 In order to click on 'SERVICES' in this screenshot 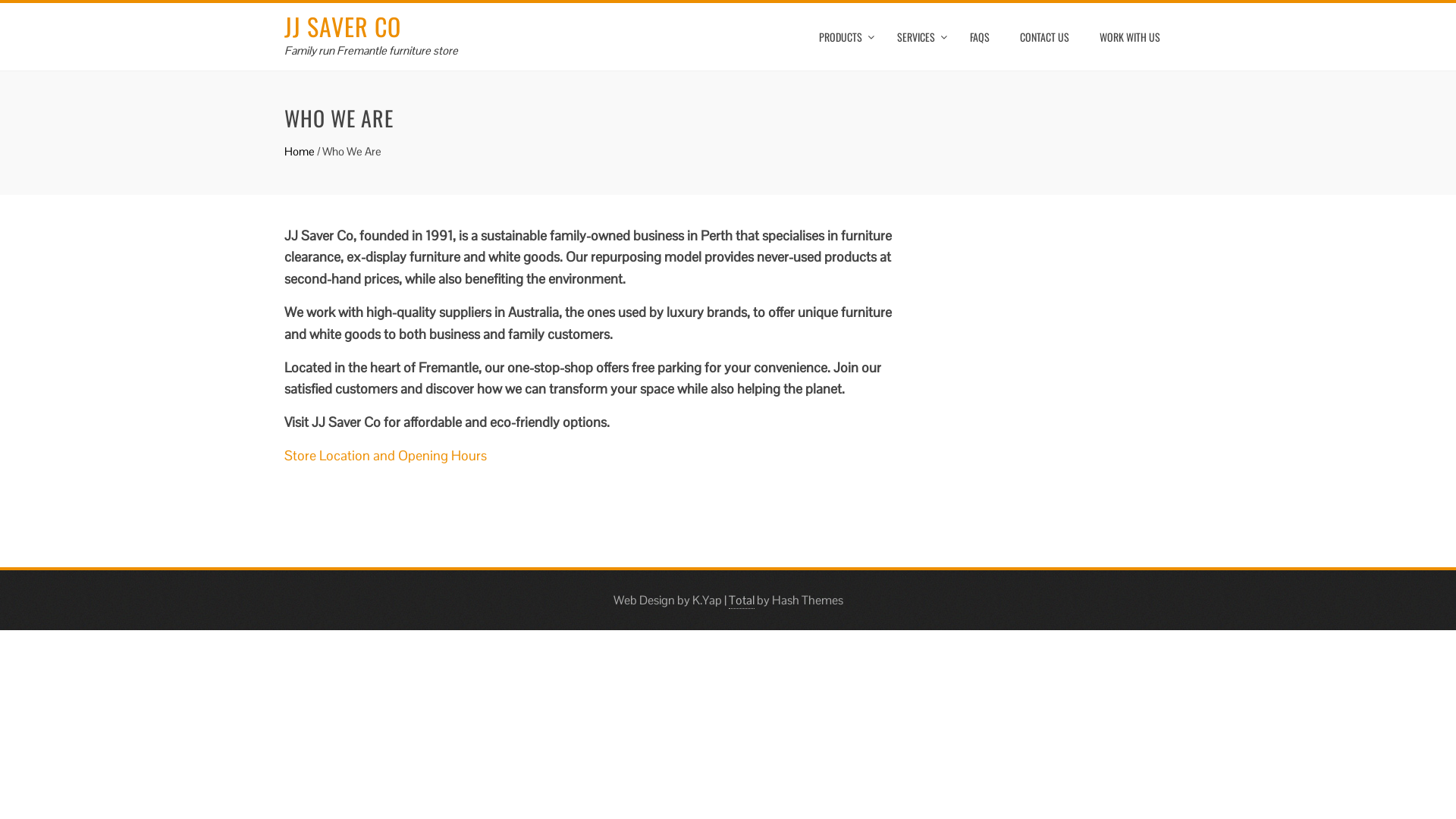, I will do `click(917, 36)`.